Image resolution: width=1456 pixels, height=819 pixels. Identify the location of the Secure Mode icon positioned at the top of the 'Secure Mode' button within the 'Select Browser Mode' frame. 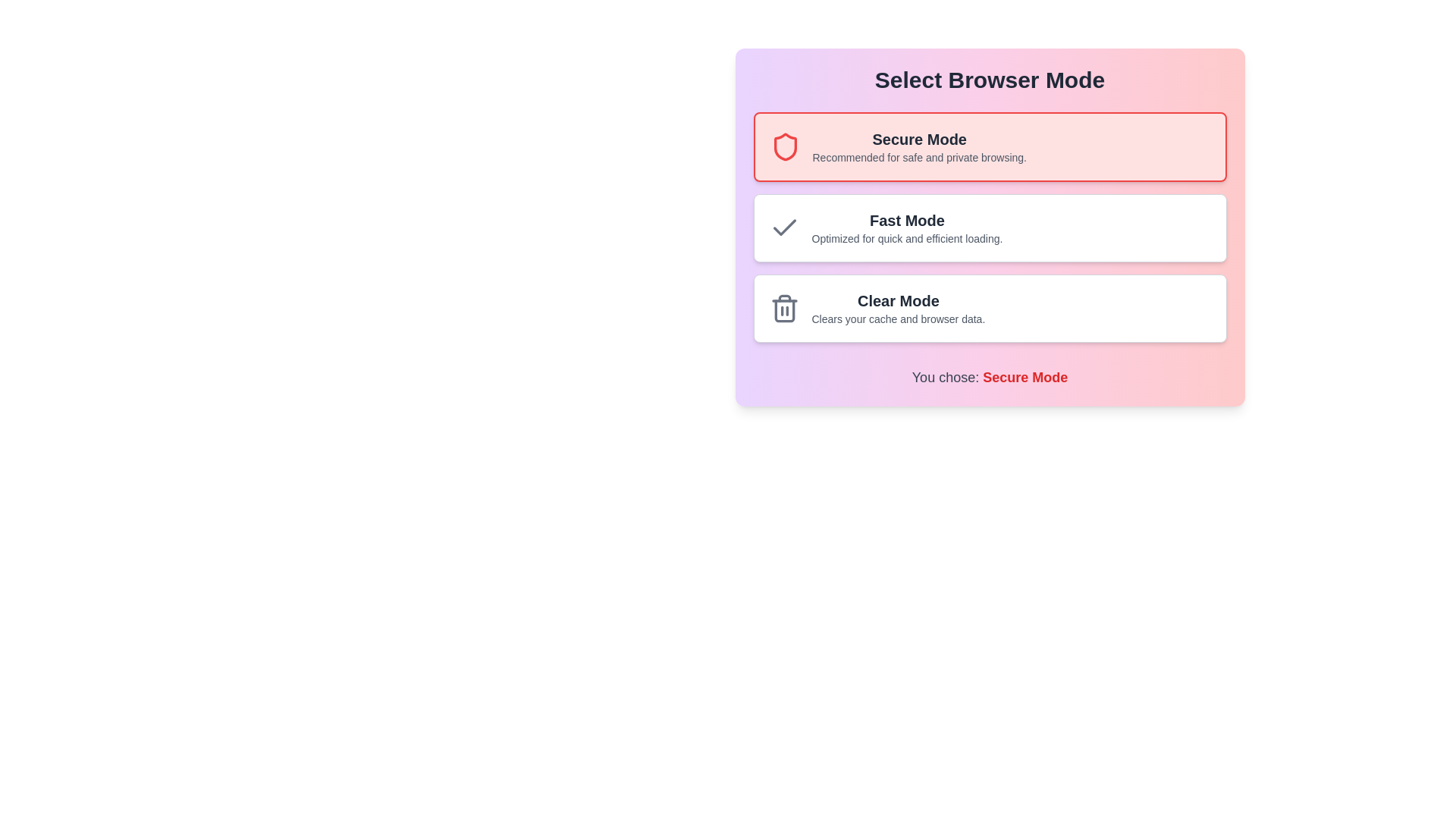
(785, 146).